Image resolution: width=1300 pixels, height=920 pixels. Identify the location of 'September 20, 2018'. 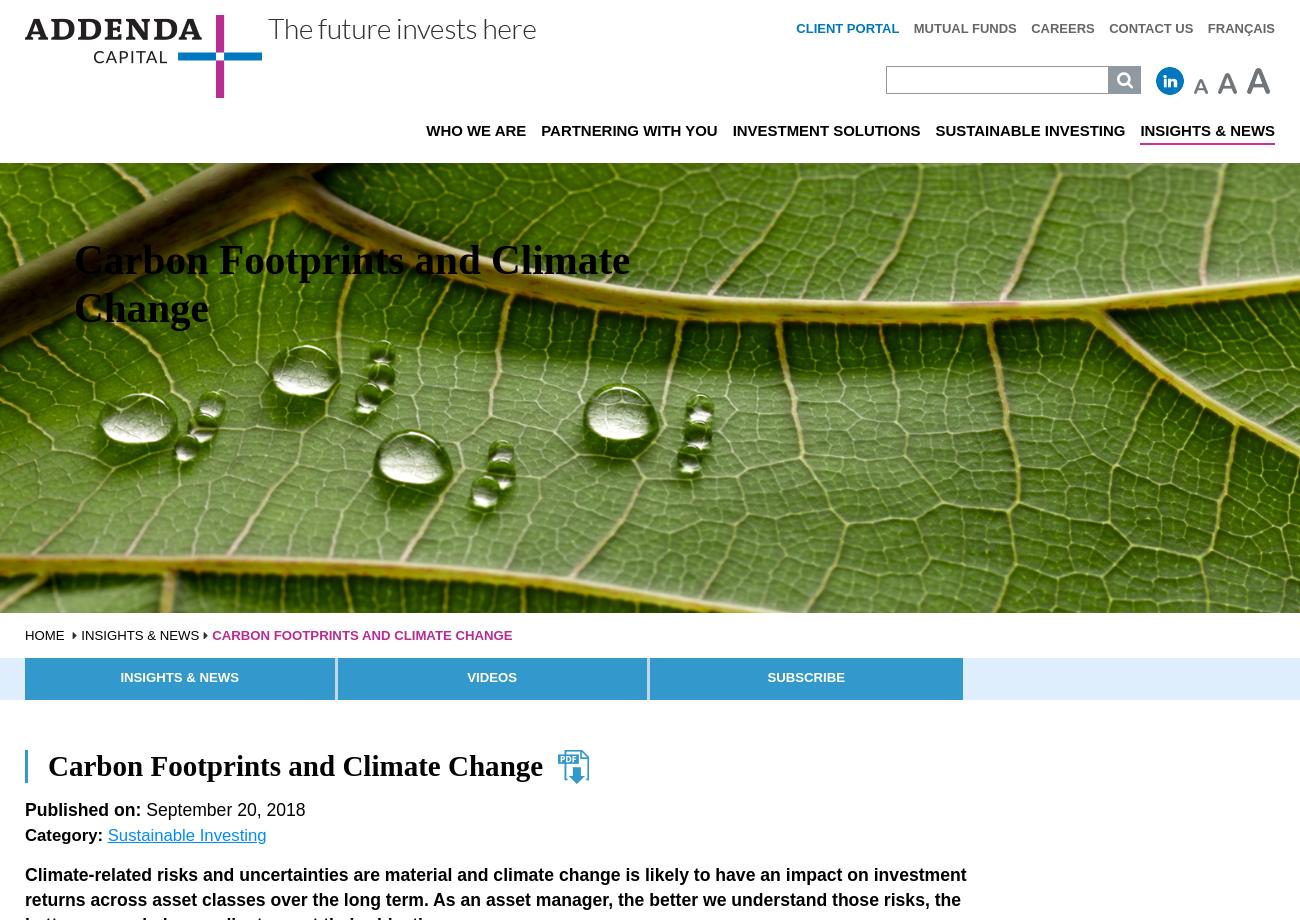
(221, 808).